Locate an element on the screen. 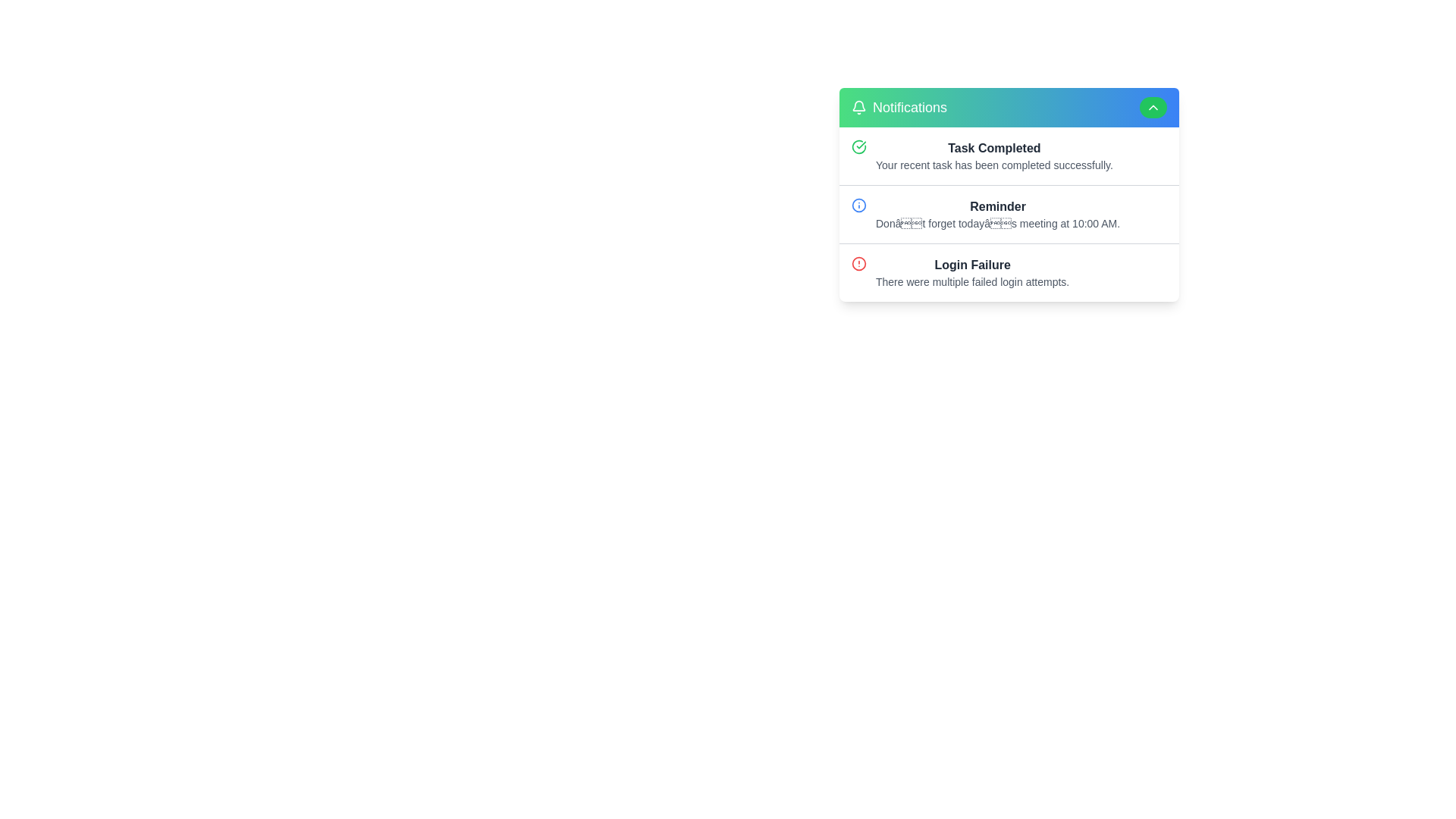  the circular information icon with a blue stroke located in the 'Reminder' notification above the text 'Don’t forget today’s meeting at 10:00 AM.' is located at coordinates (858, 205).